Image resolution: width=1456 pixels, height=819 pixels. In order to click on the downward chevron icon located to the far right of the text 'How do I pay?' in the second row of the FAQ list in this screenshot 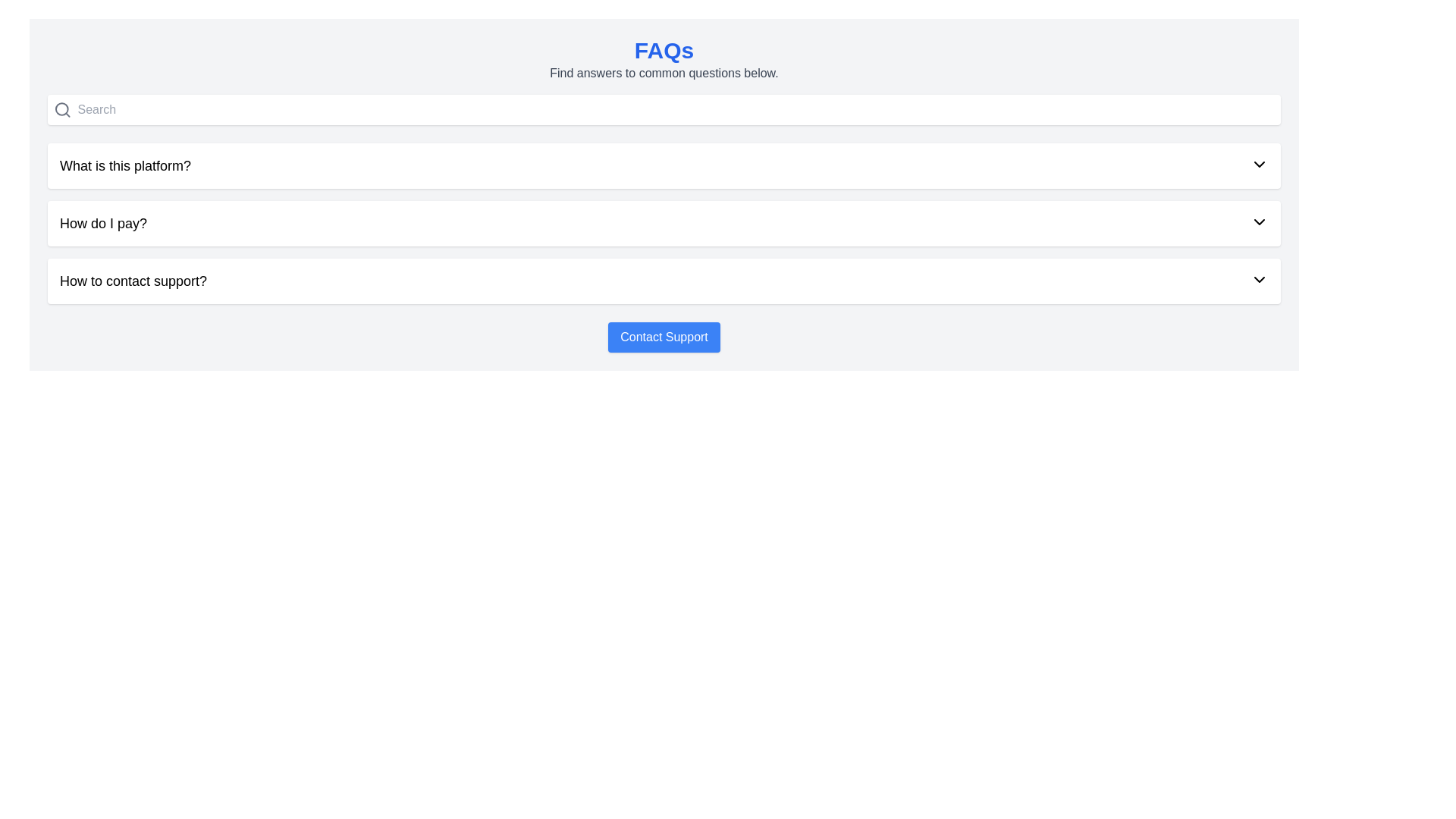, I will do `click(1259, 222)`.